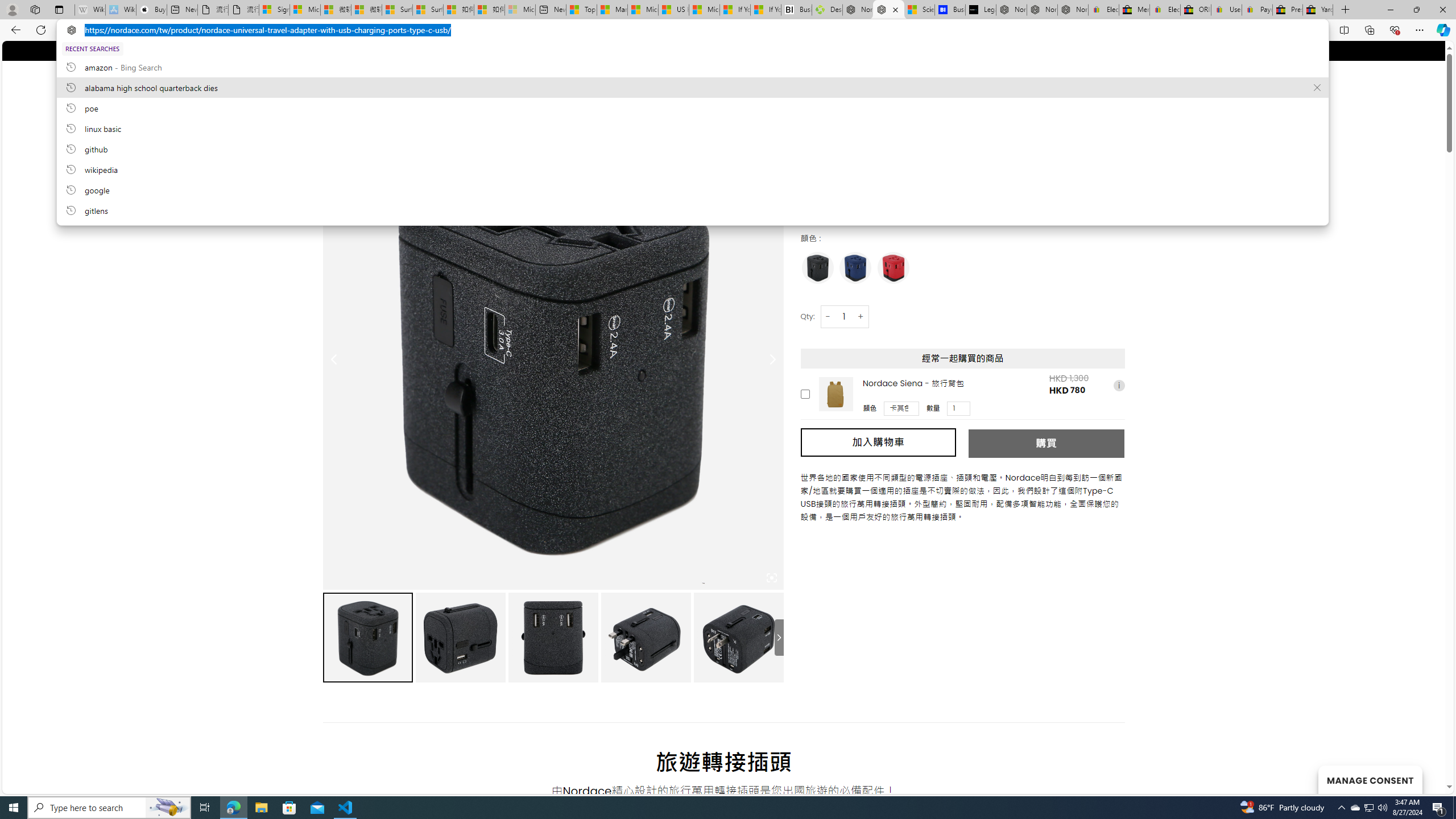  I want to click on 'Press Room - eBay Inc.', so click(1287, 9).